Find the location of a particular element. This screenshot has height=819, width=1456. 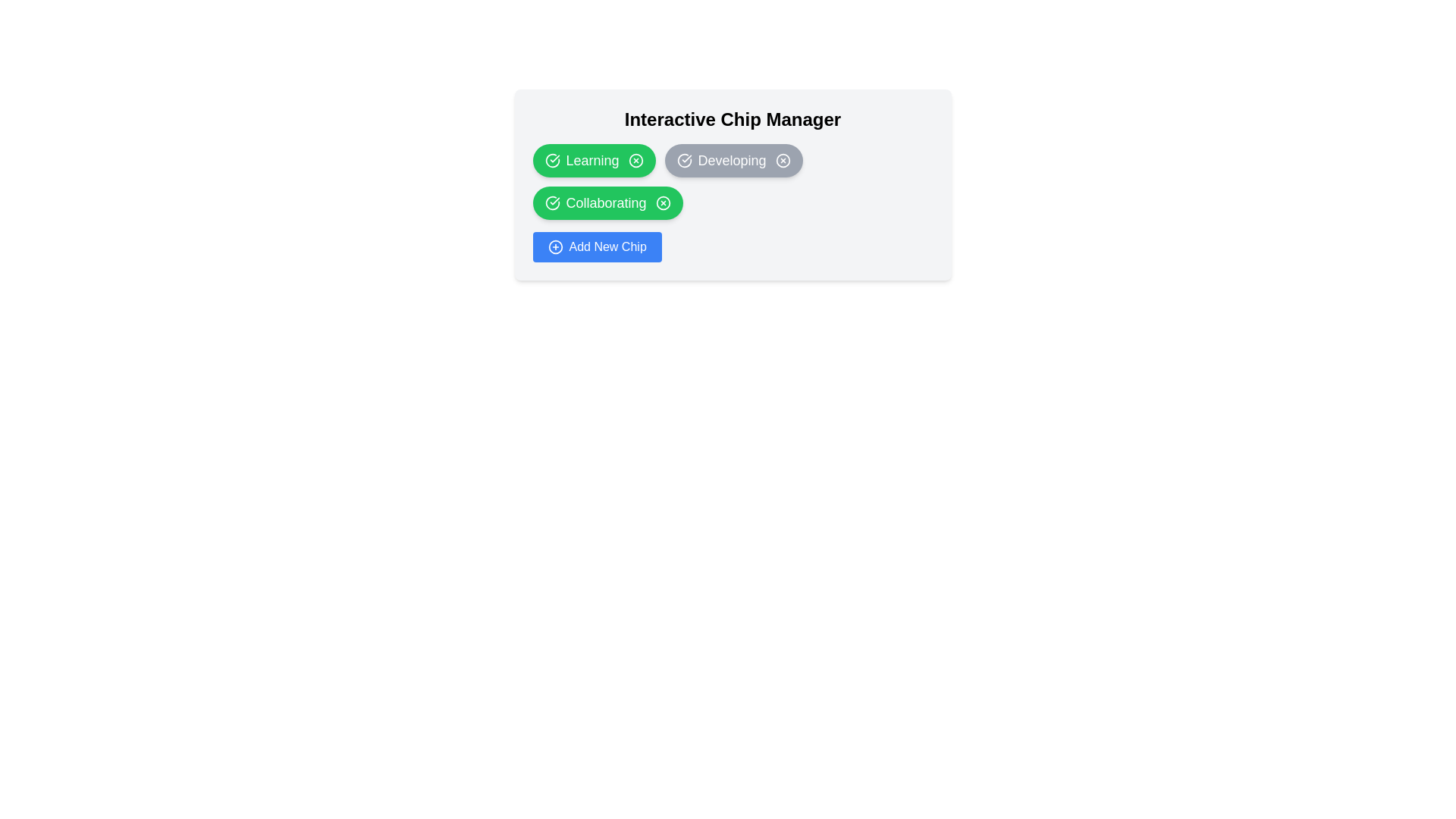

the circular checkmark icon located within the green chip labeled 'Learning', which is the topmost chip in a vertical layout of chips is located at coordinates (551, 161).